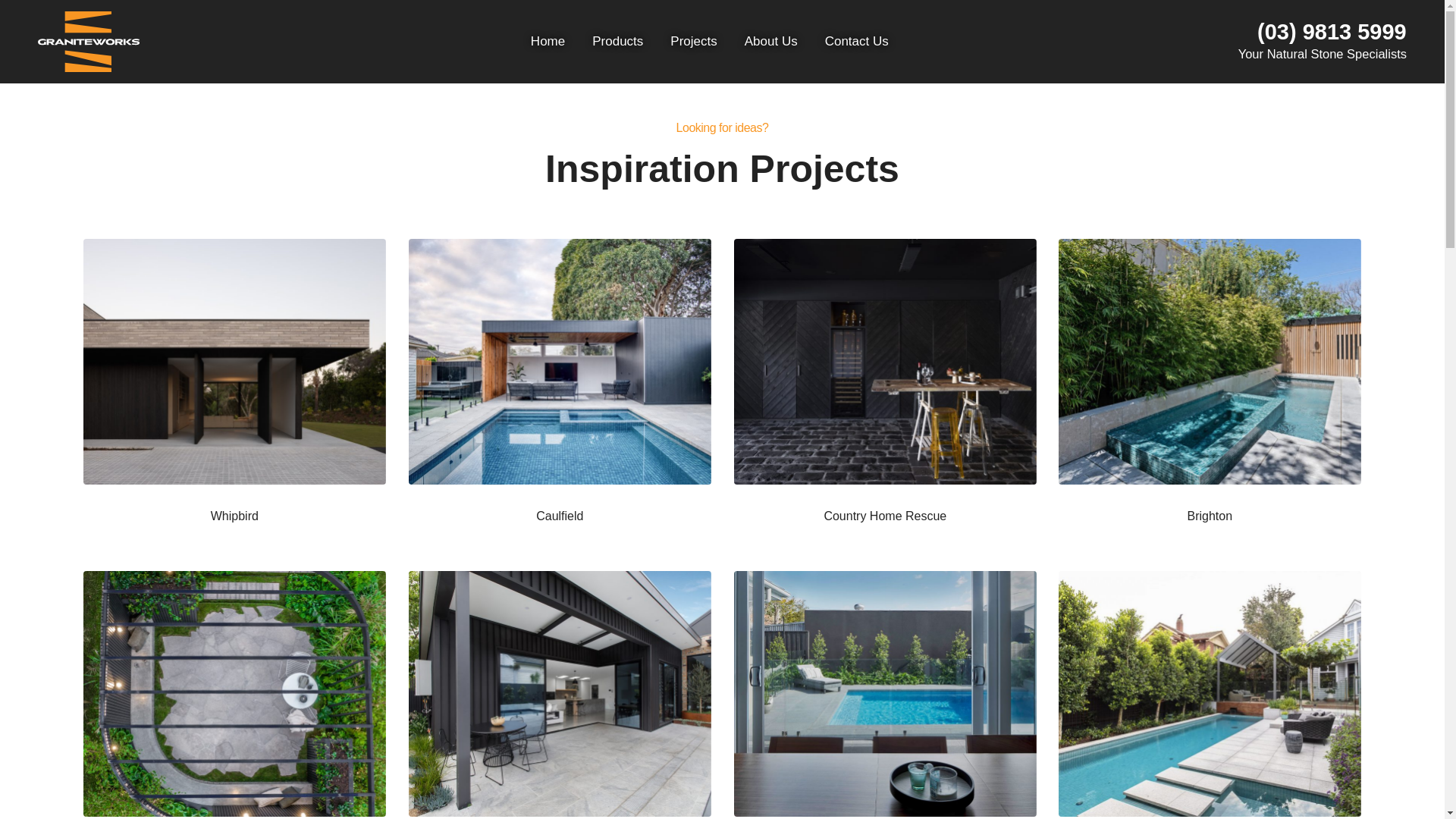 This screenshot has width=1456, height=819. I want to click on 'Home', so click(547, 40).